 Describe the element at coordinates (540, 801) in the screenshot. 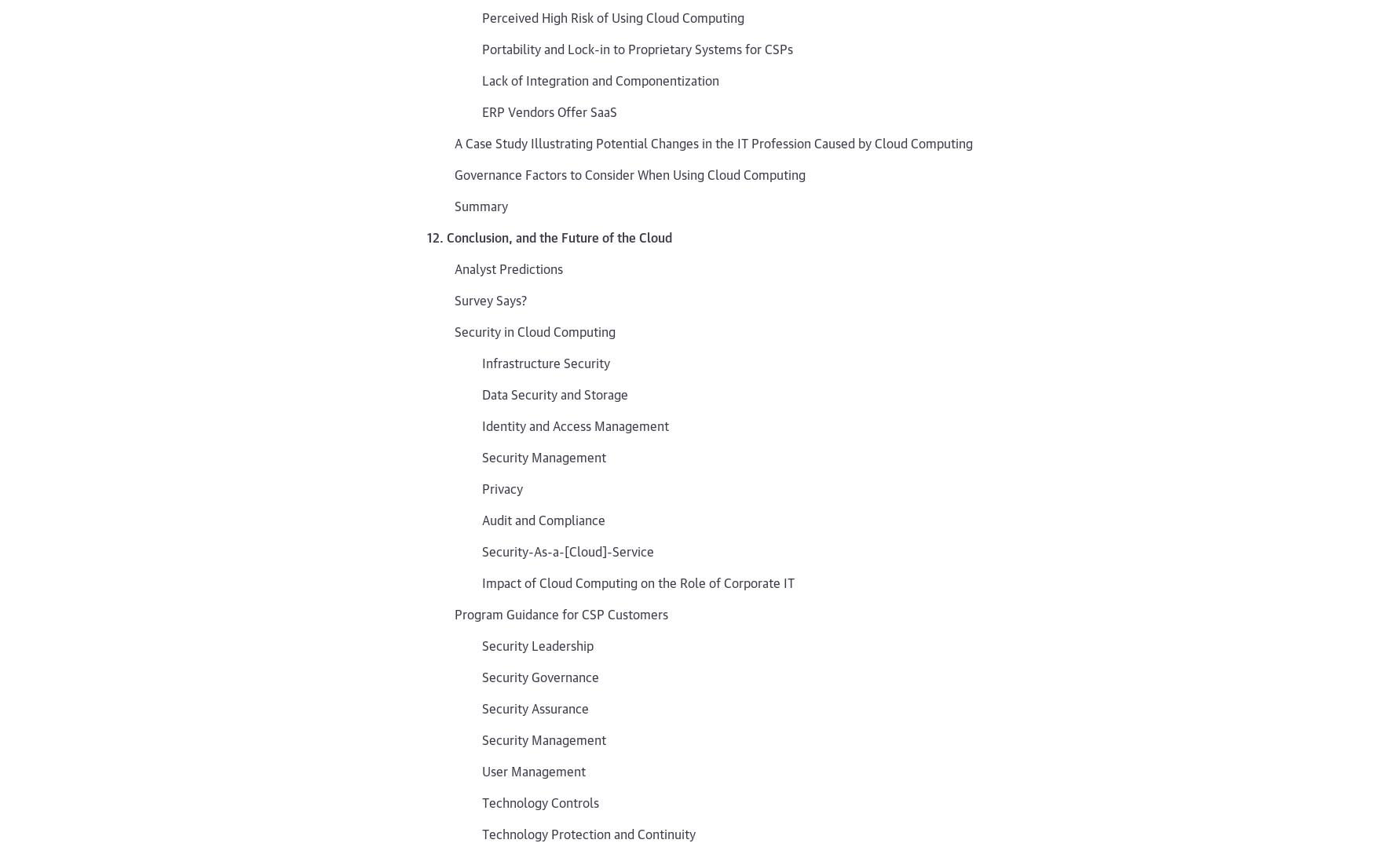

I see `'Technology Controls'` at that location.